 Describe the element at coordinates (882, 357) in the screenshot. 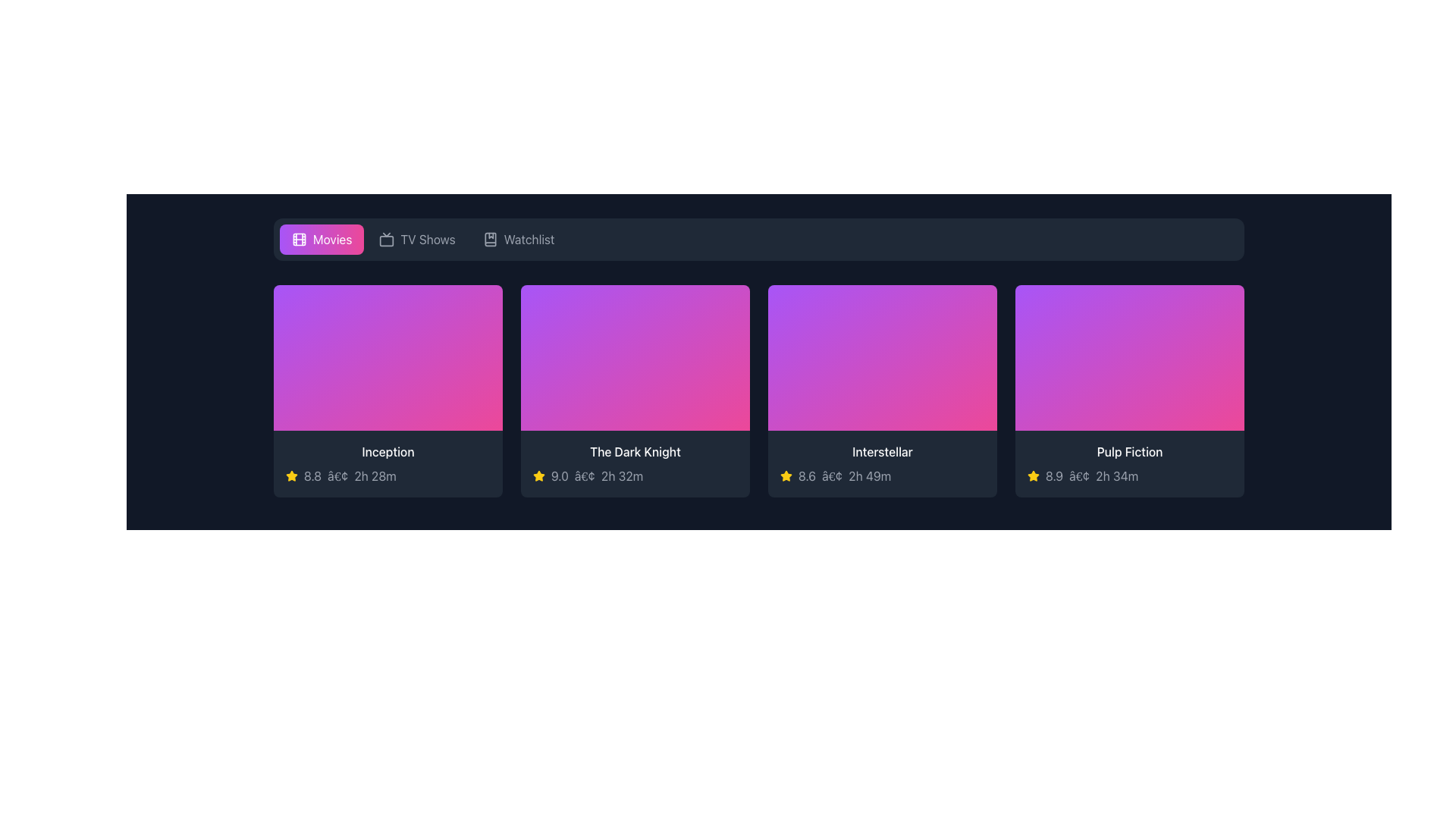

I see `the gradient background section of the card labeled 'Interstellar', which is the third card from the left in a horizontal row` at that location.